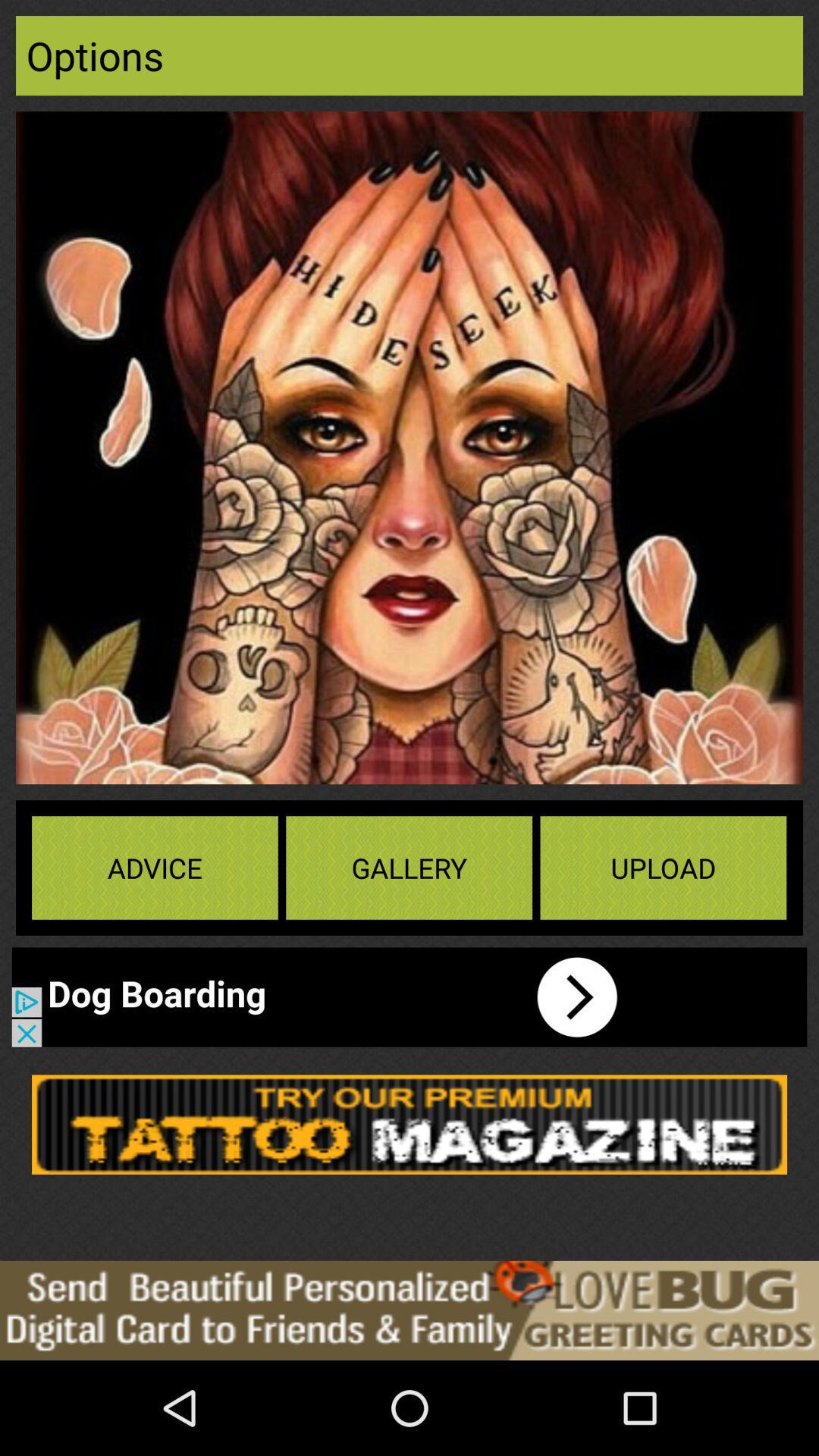 This screenshot has height=1456, width=819. Describe the element at coordinates (409, 1125) in the screenshot. I see `advertising` at that location.